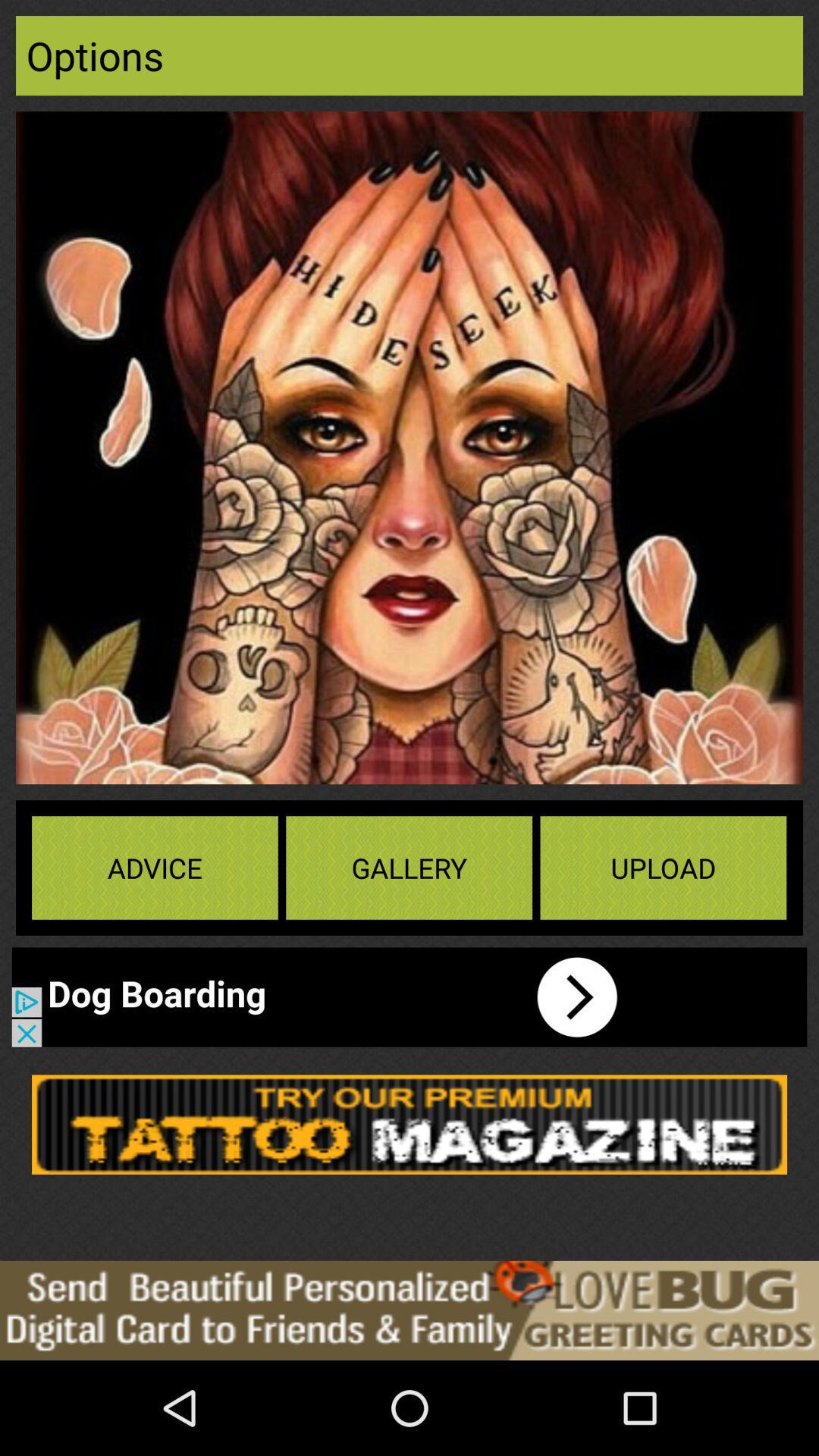 This screenshot has height=1456, width=819. Describe the element at coordinates (409, 1125) in the screenshot. I see `advertising` at that location.